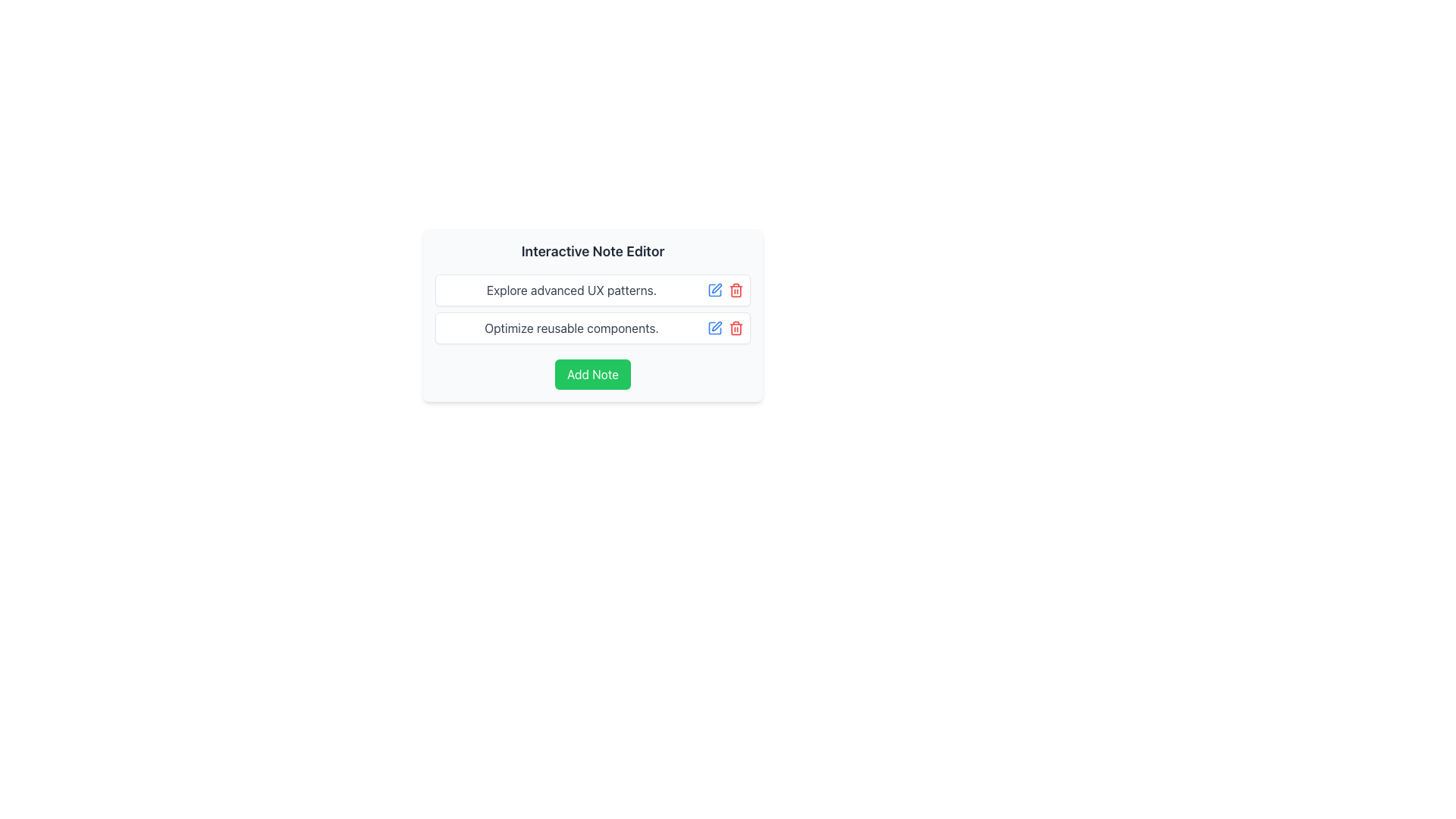  Describe the element at coordinates (736, 327) in the screenshot. I see `the delete icon button located on the right side of the second row in the 'Optimize reusable components.' section` at that location.